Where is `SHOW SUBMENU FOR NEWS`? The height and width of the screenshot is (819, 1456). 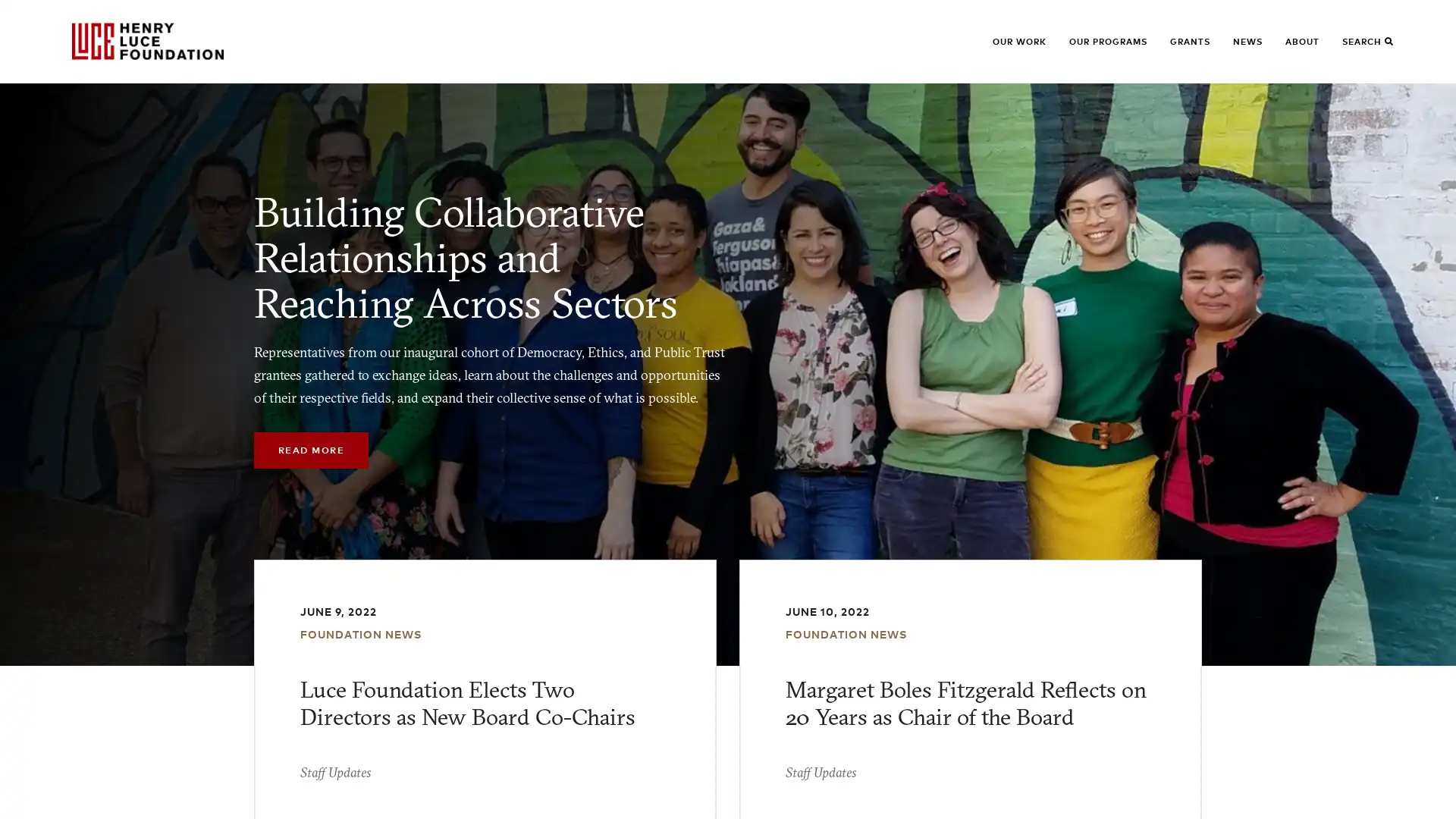
SHOW SUBMENU FOR NEWS is located at coordinates (1257, 48).